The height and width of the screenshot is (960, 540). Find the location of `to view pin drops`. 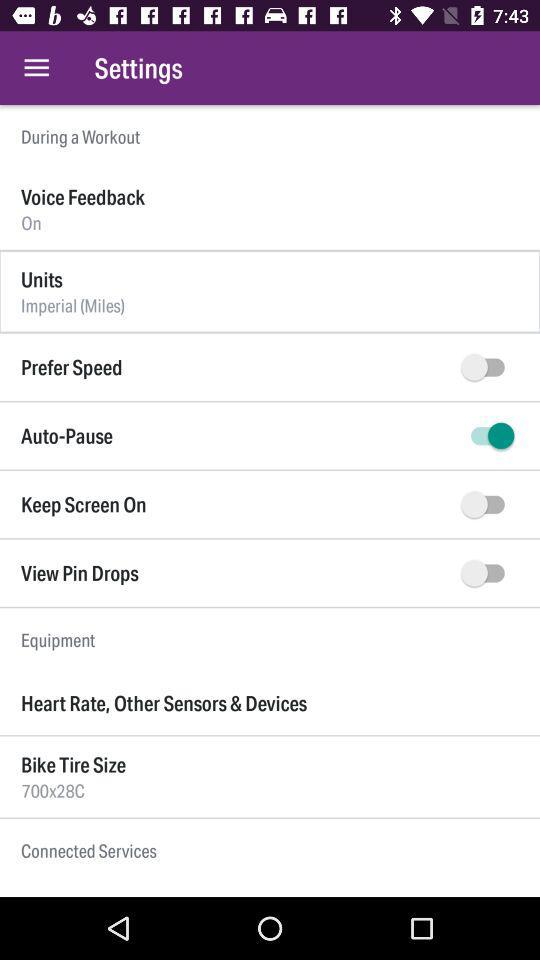

to view pin drops is located at coordinates (486, 573).